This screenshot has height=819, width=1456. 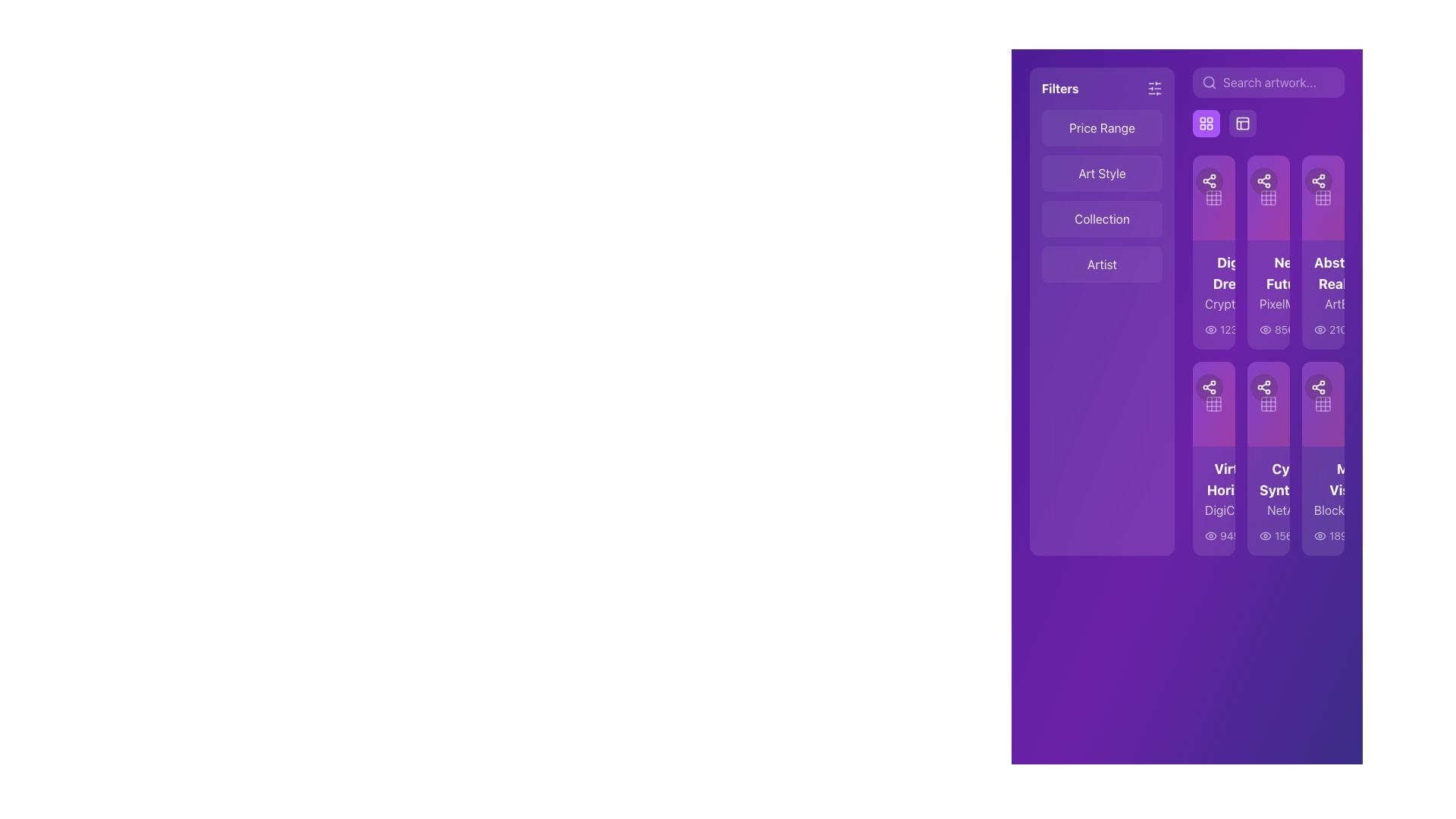 What do you see at coordinates (1205, 122) in the screenshot?
I see `the square-shaped button with a purple background and a white grid icon` at bounding box center [1205, 122].